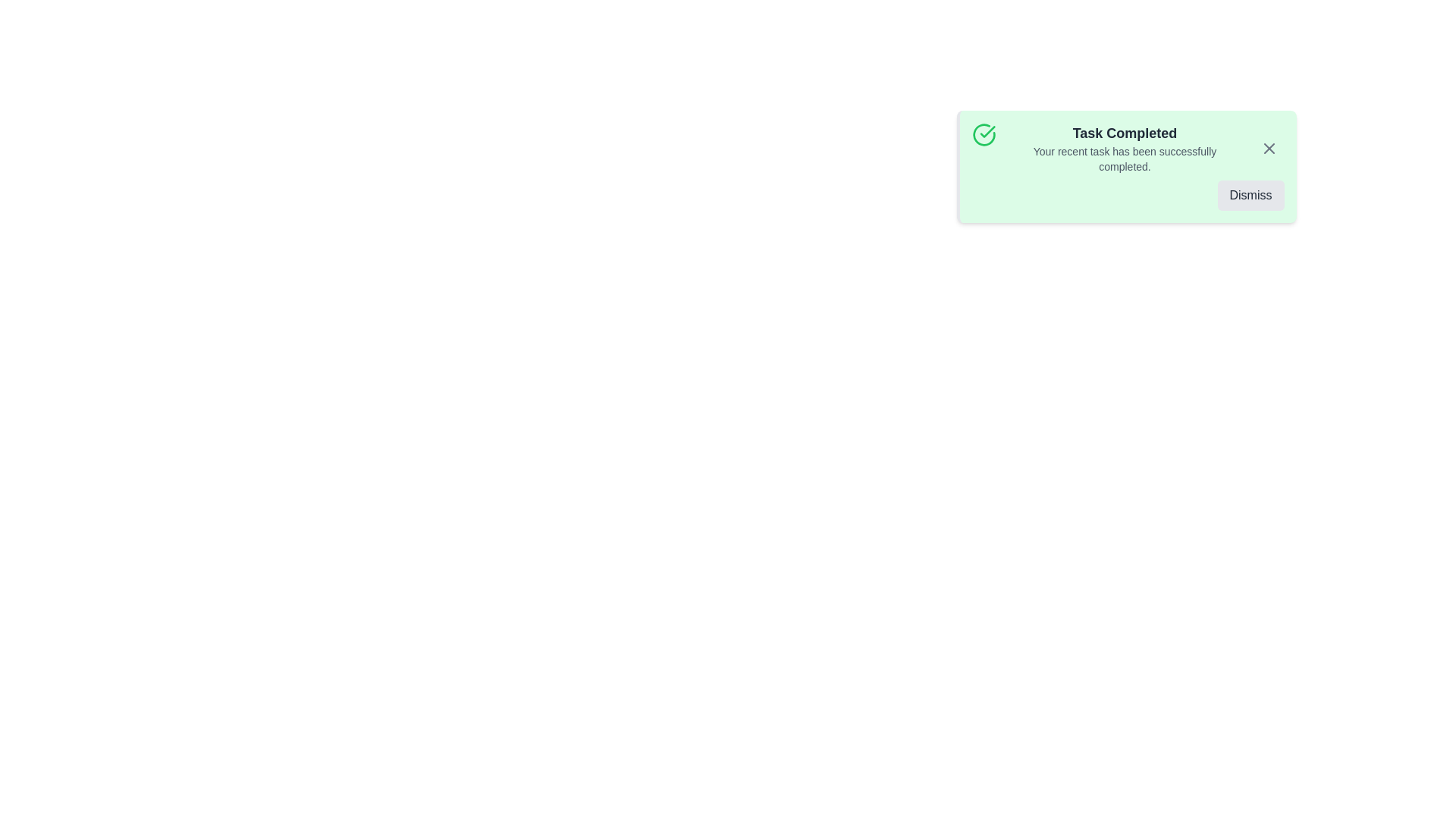  I want to click on the dismiss button located in the bottom-right corner of the notification panel with a green background and a 'Task Completed' title, so click(1250, 195).